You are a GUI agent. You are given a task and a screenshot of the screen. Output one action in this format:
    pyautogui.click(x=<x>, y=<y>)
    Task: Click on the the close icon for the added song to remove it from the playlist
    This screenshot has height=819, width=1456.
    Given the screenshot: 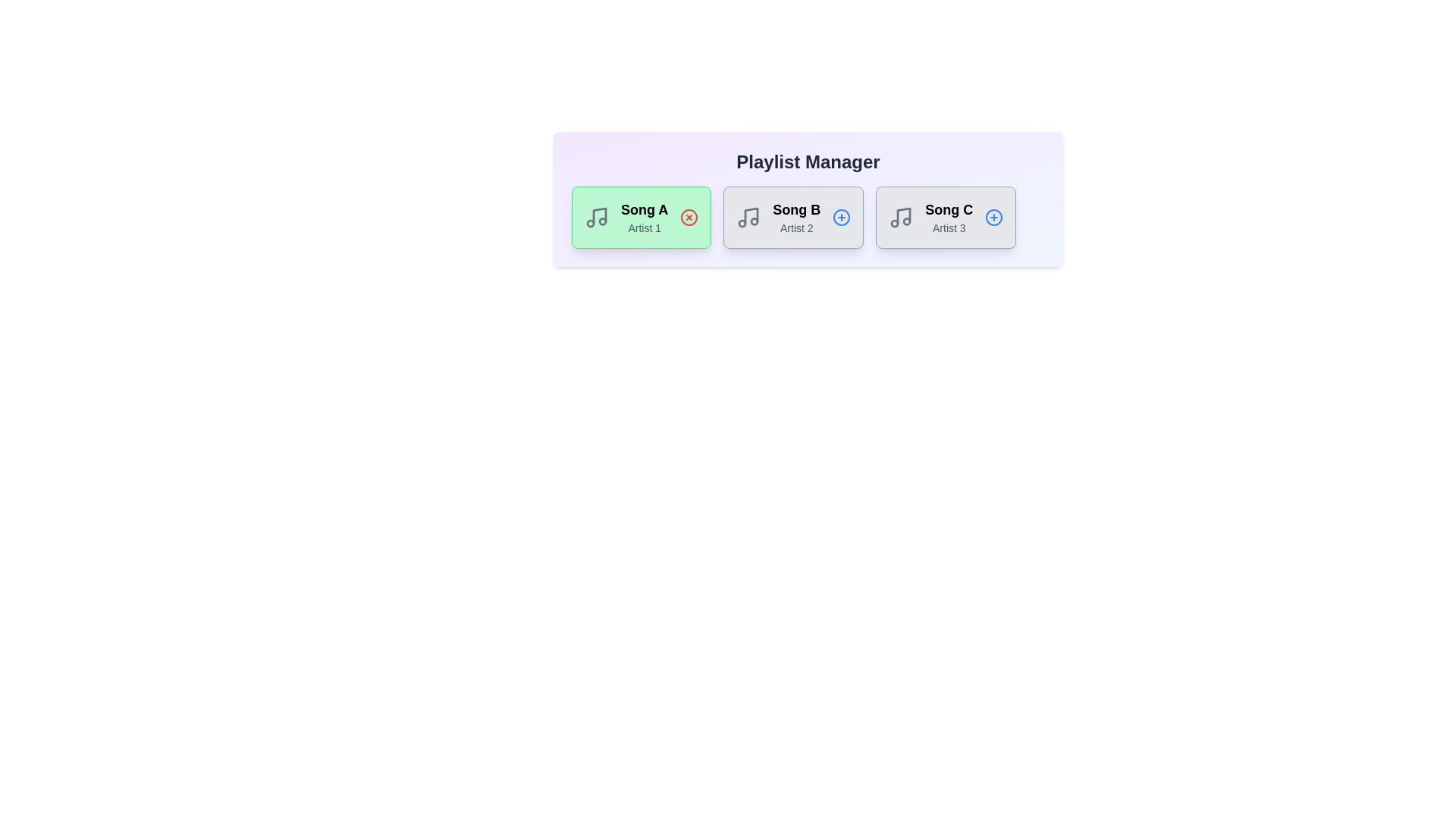 What is the action you would take?
    pyautogui.click(x=689, y=217)
    